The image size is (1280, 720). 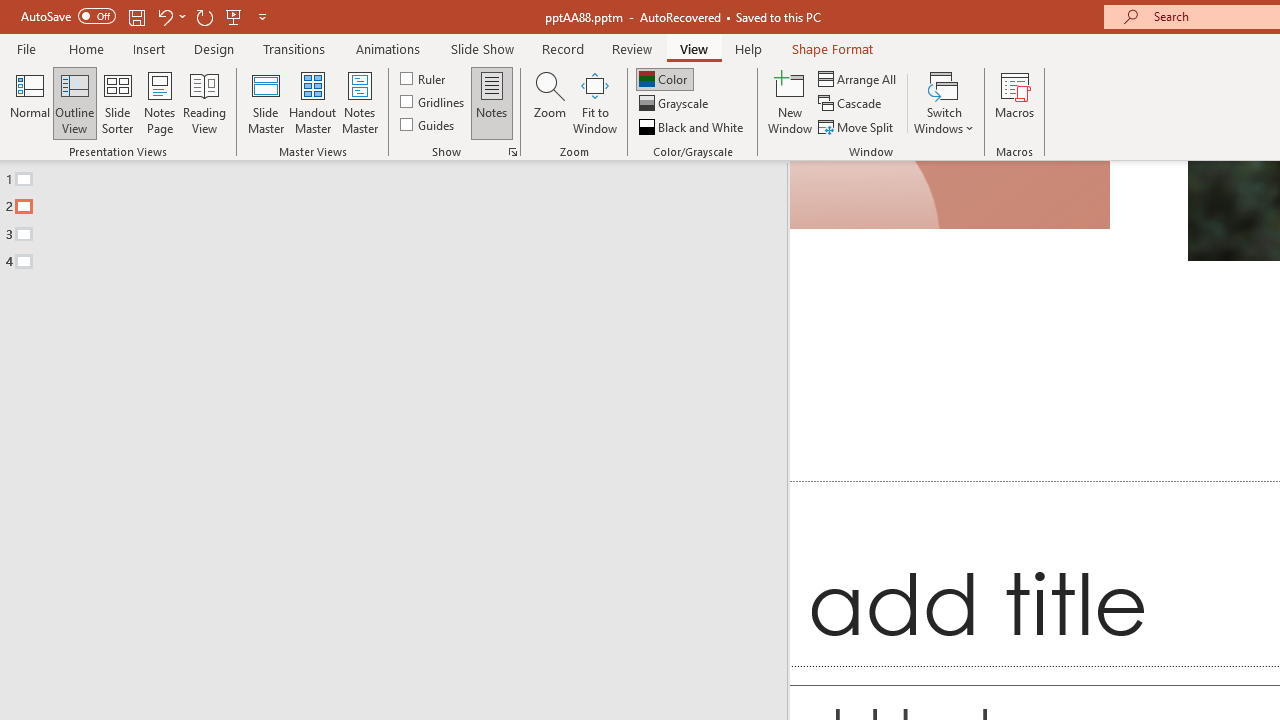 I want to click on 'Notes Page', so click(x=160, y=103).